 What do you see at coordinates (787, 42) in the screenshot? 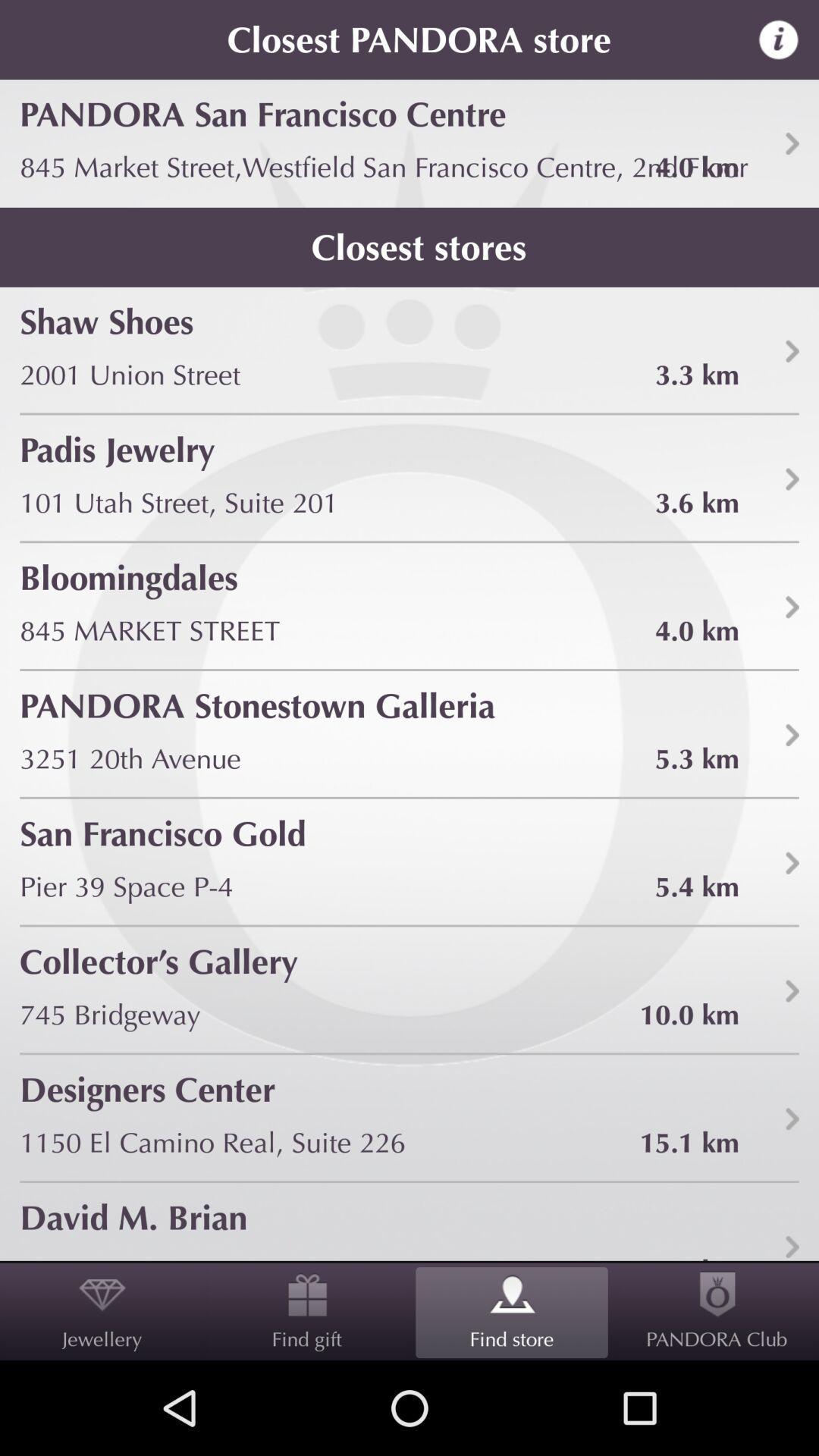
I see `the info icon` at bounding box center [787, 42].